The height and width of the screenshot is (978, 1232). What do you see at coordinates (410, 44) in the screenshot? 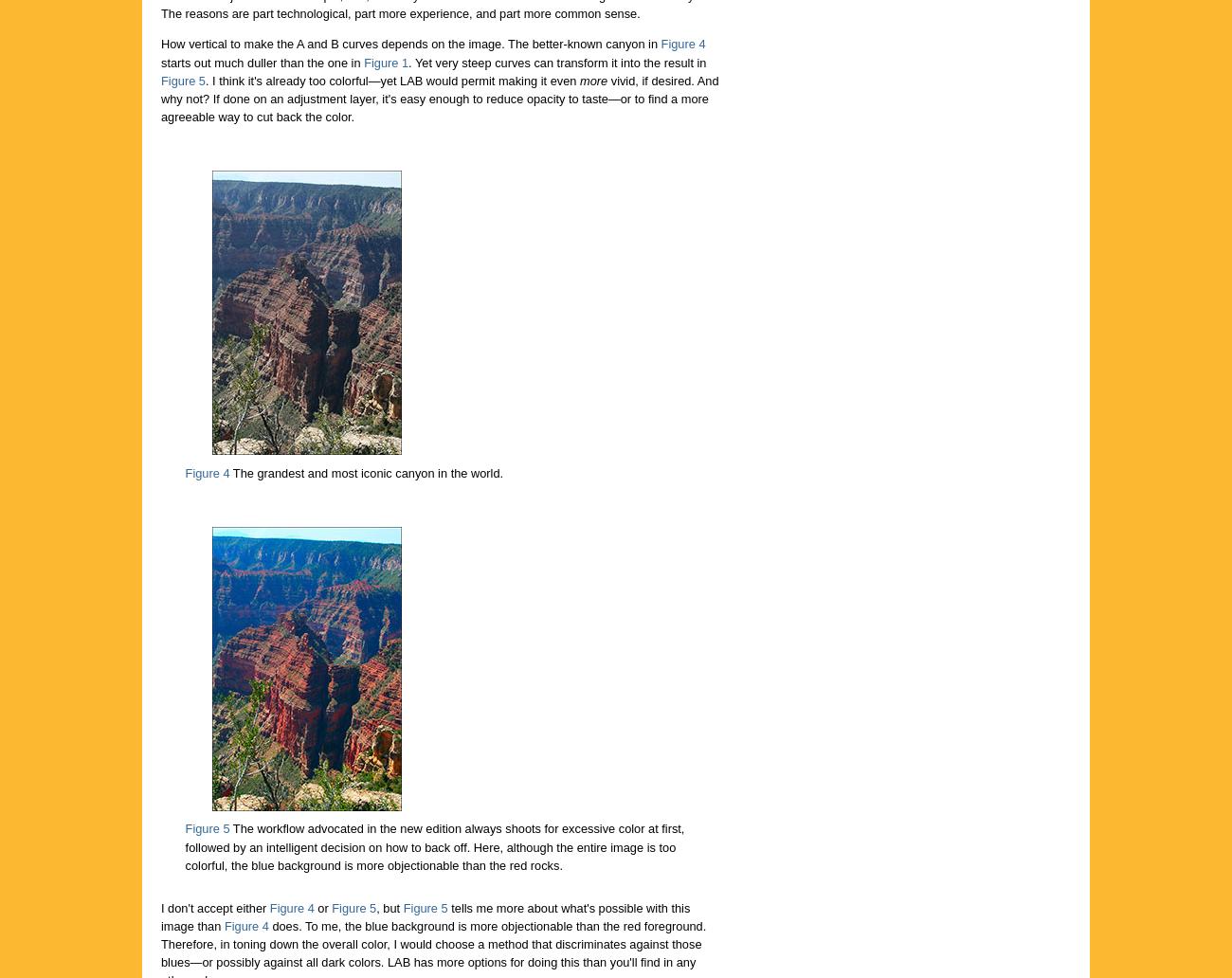
I see `'How vertical to make the A and B curves depends on the image. The better-known canyon in'` at bounding box center [410, 44].